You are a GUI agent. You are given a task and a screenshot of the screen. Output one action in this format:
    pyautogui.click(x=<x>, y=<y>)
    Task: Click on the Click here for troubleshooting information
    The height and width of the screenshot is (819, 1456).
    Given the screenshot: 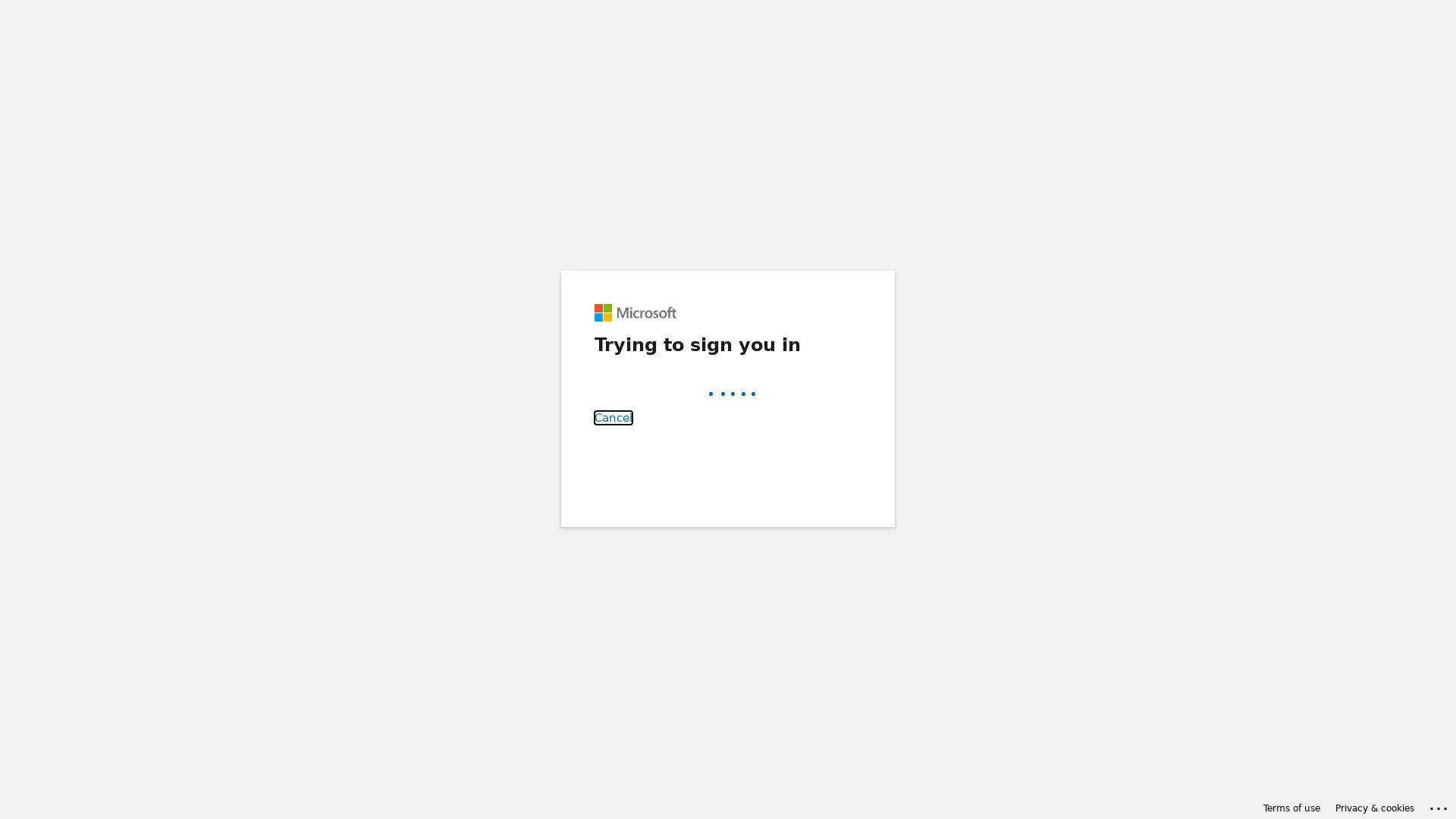 What is the action you would take?
    pyautogui.click(x=1439, y=805)
    